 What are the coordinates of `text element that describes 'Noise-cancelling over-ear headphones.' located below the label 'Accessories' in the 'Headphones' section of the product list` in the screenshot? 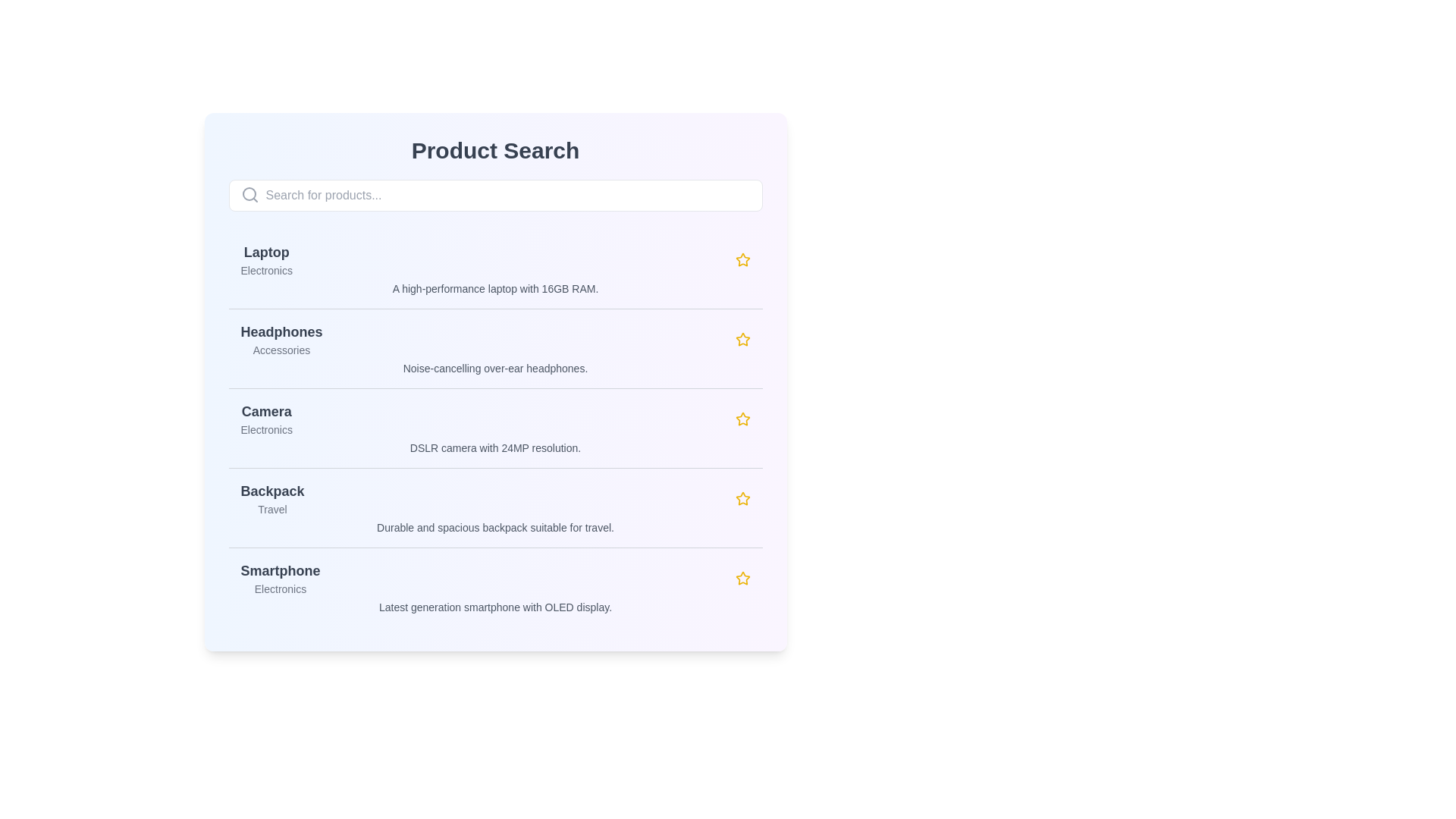 It's located at (495, 369).